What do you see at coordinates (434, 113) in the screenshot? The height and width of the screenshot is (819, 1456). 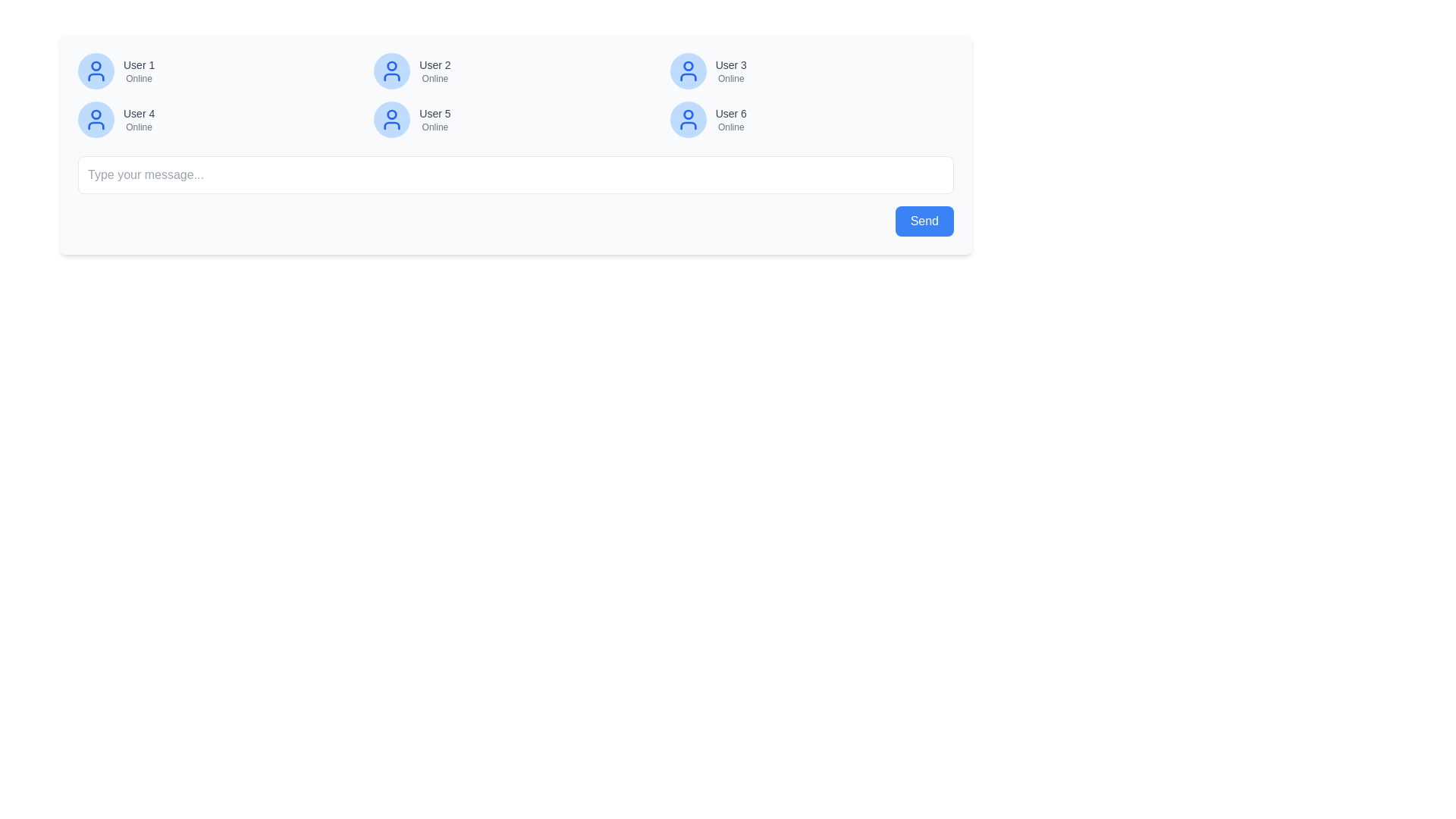 I see `the static text label displaying 'User 5', which is centered within the user card and located in the second row of the user grid, above the 'Online' label` at bounding box center [434, 113].